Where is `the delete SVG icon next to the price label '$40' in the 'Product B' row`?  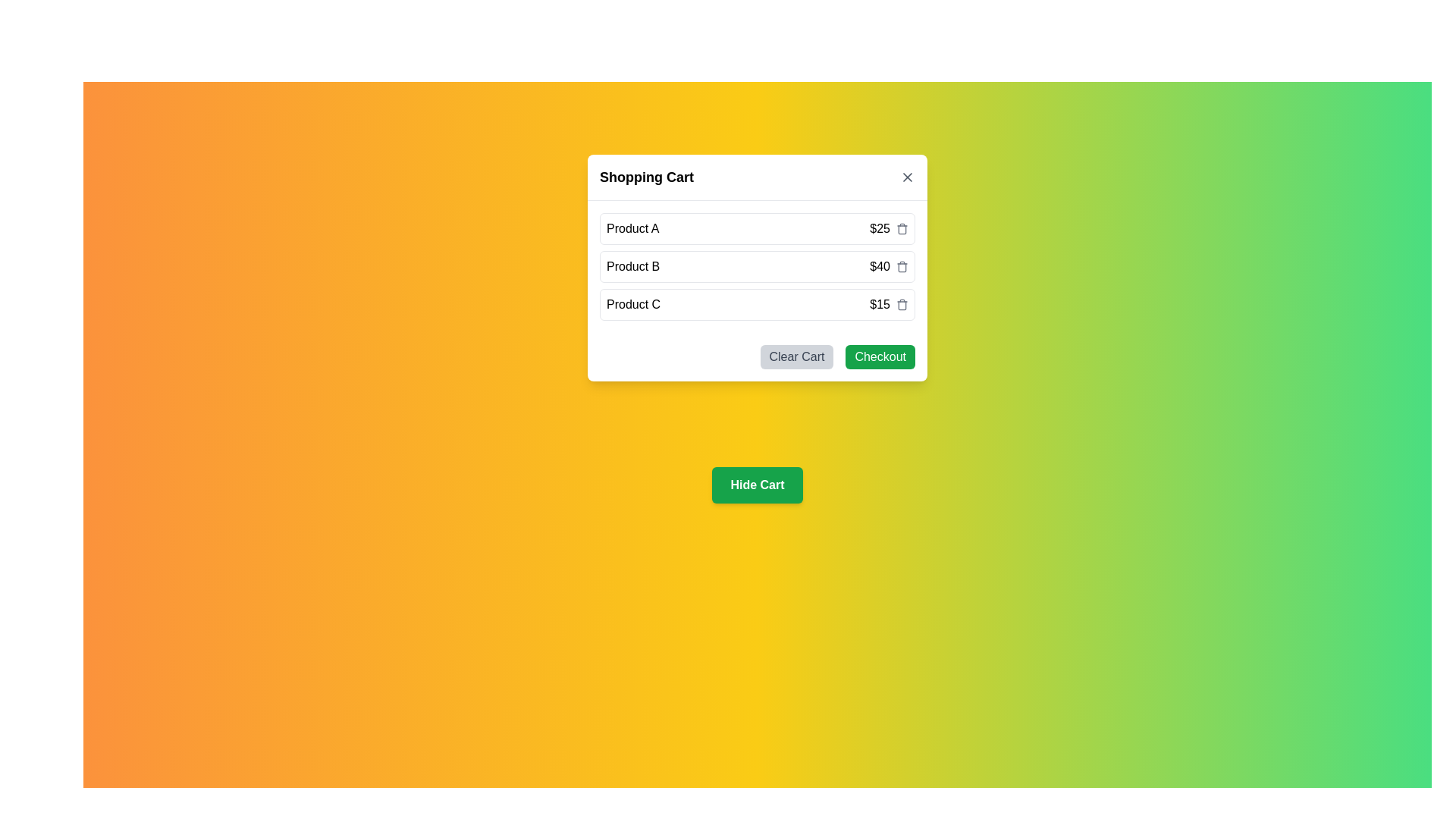 the delete SVG icon next to the price label '$40' in the 'Product B' row is located at coordinates (902, 265).